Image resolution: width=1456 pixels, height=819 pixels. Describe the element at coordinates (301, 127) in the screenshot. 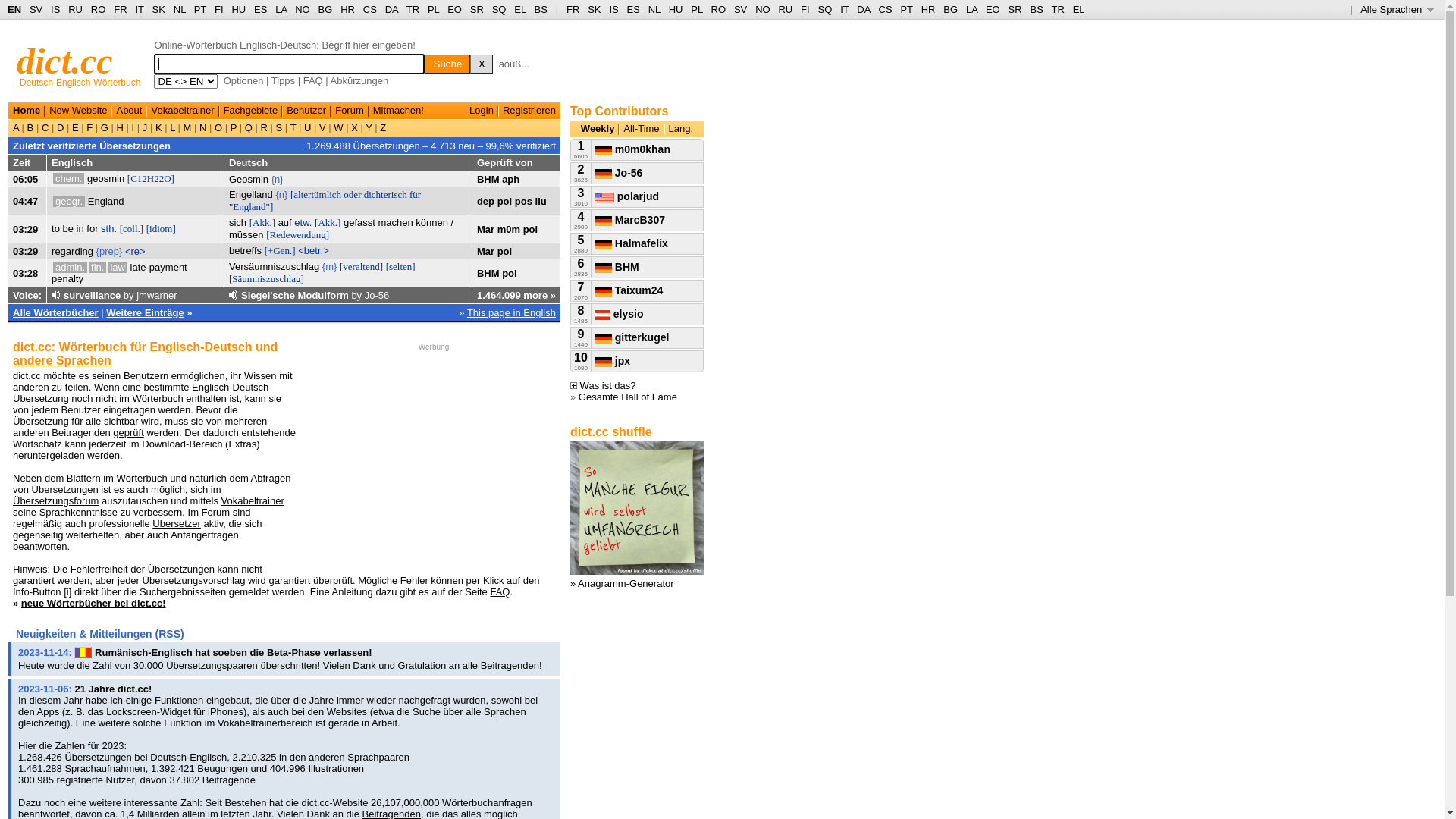

I see `'U'` at that location.